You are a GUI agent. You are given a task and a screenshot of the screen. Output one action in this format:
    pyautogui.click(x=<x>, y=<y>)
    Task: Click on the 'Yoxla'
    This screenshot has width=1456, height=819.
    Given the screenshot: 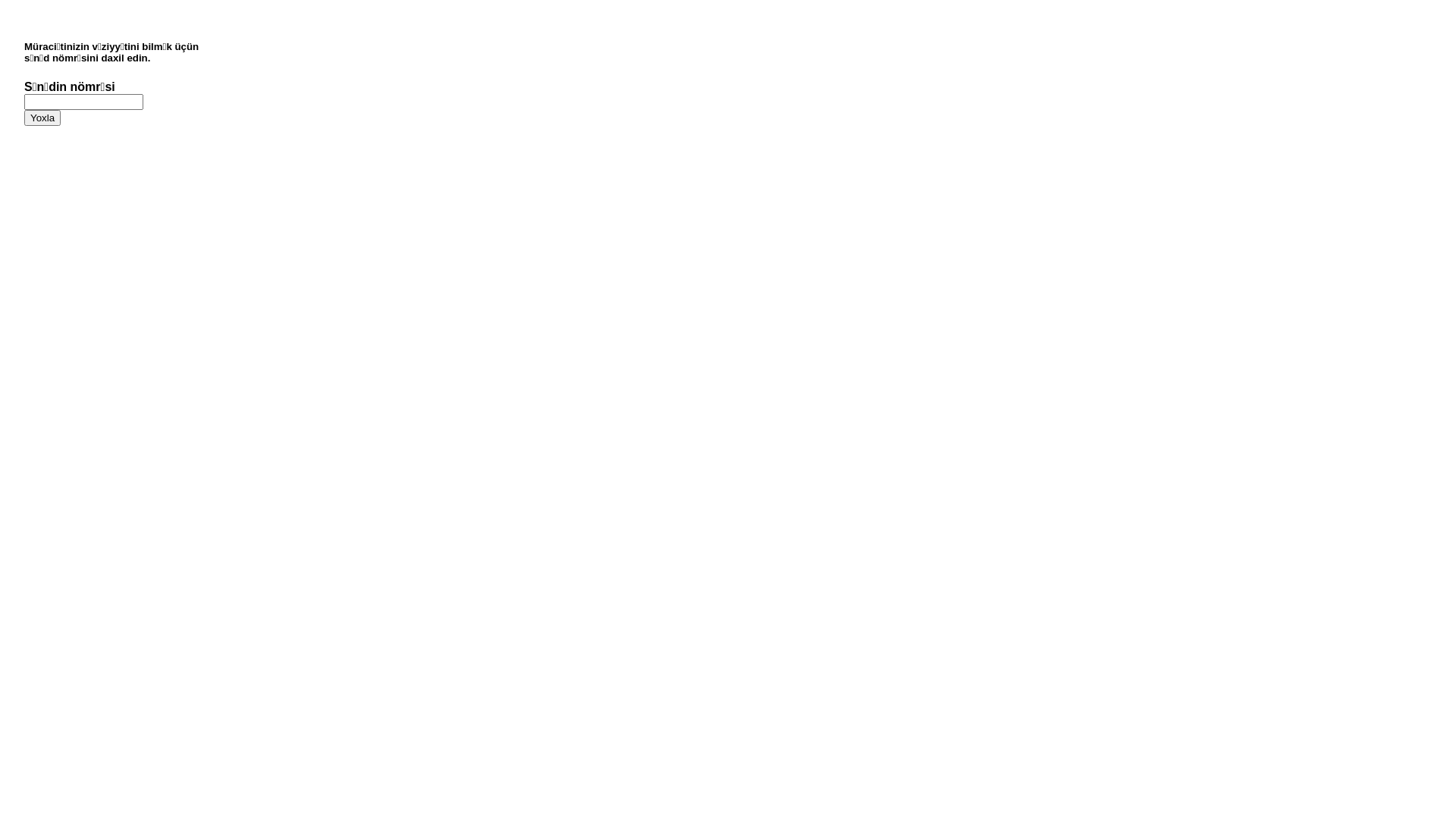 What is the action you would take?
    pyautogui.click(x=24, y=117)
    